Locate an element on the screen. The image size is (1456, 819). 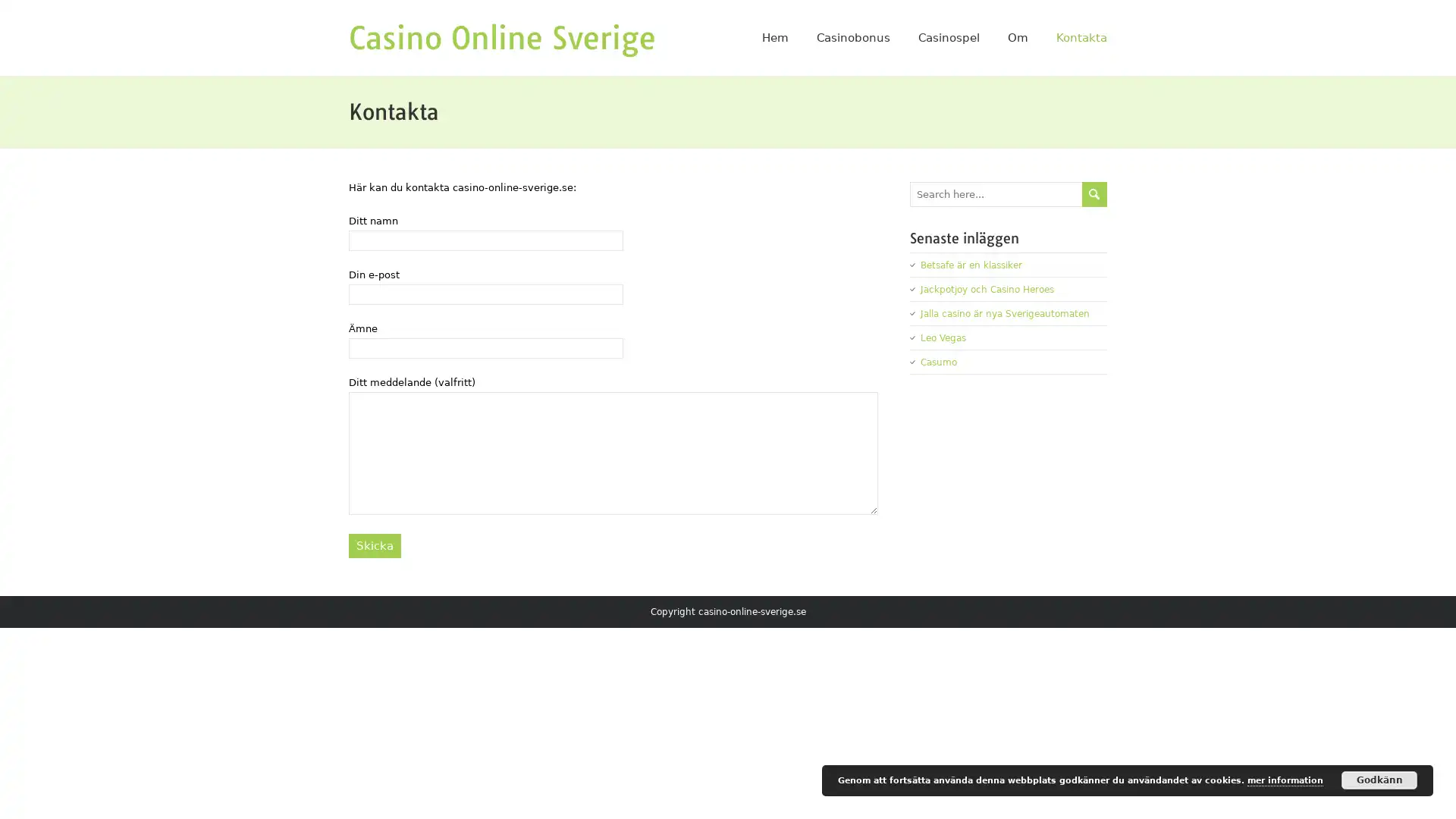
Godkann is located at coordinates (1379, 780).